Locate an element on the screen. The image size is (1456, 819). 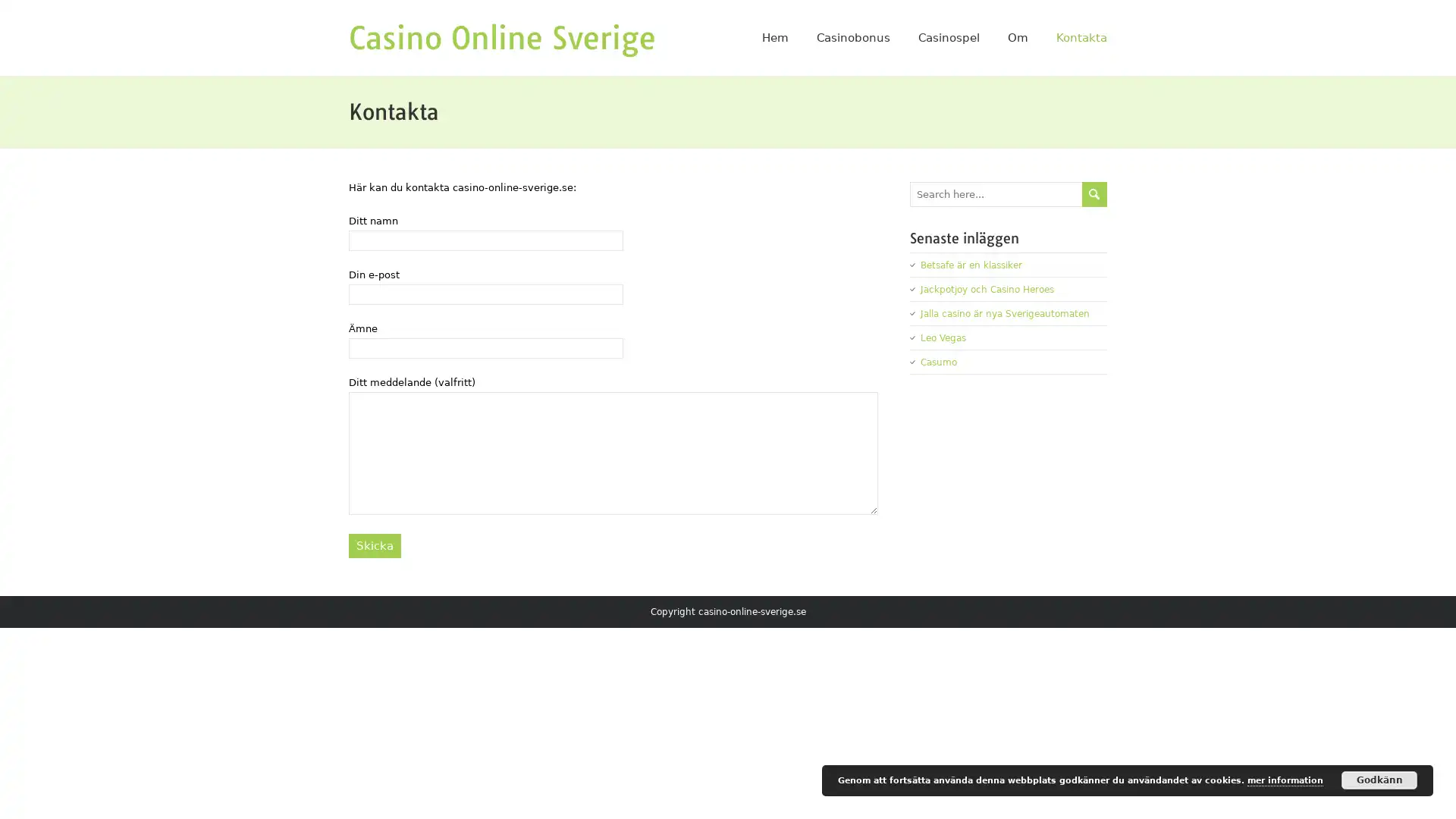
Godkann is located at coordinates (1379, 780).